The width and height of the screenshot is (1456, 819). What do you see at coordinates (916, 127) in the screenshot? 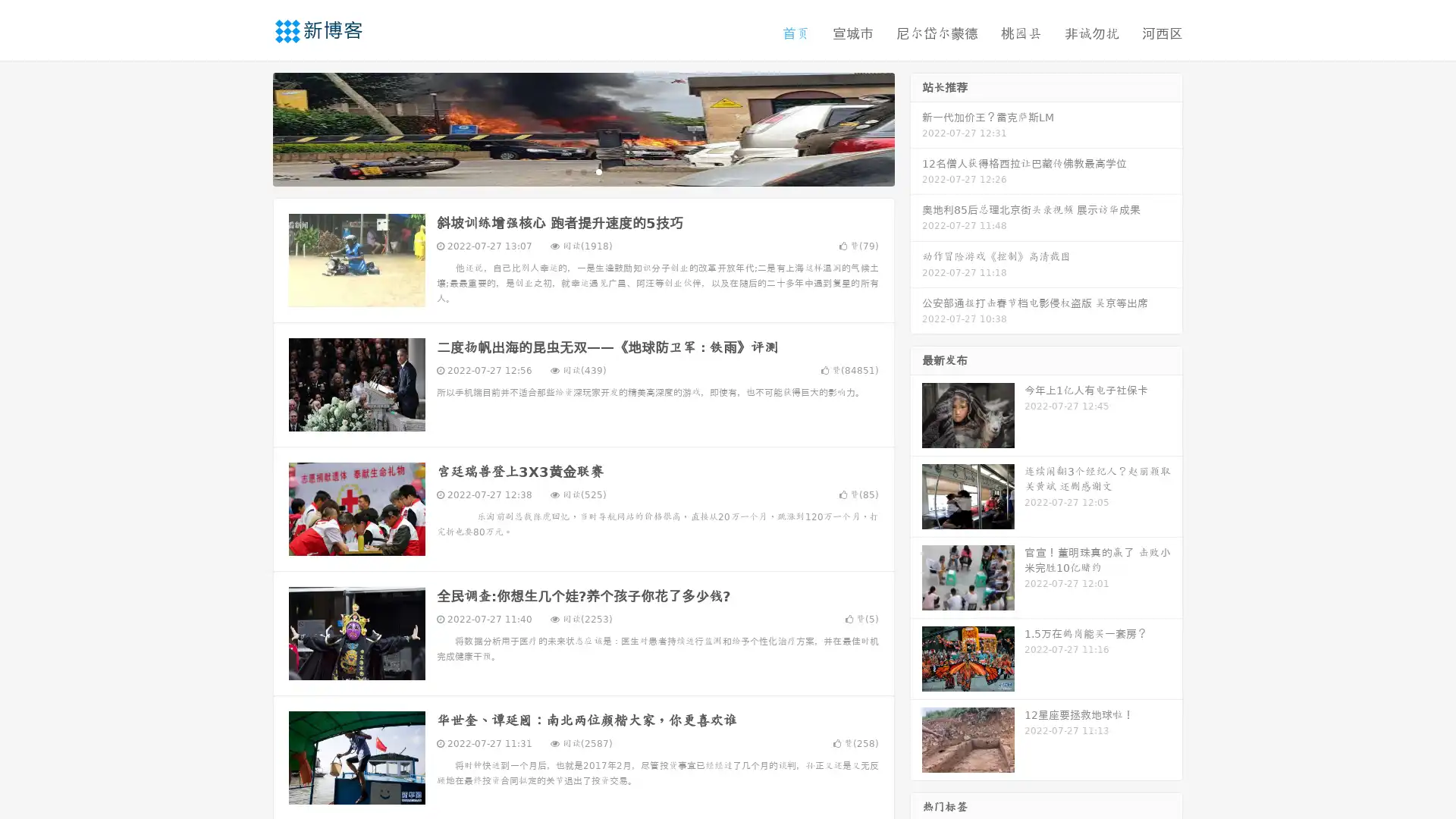
I see `Next slide` at bounding box center [916, 127].